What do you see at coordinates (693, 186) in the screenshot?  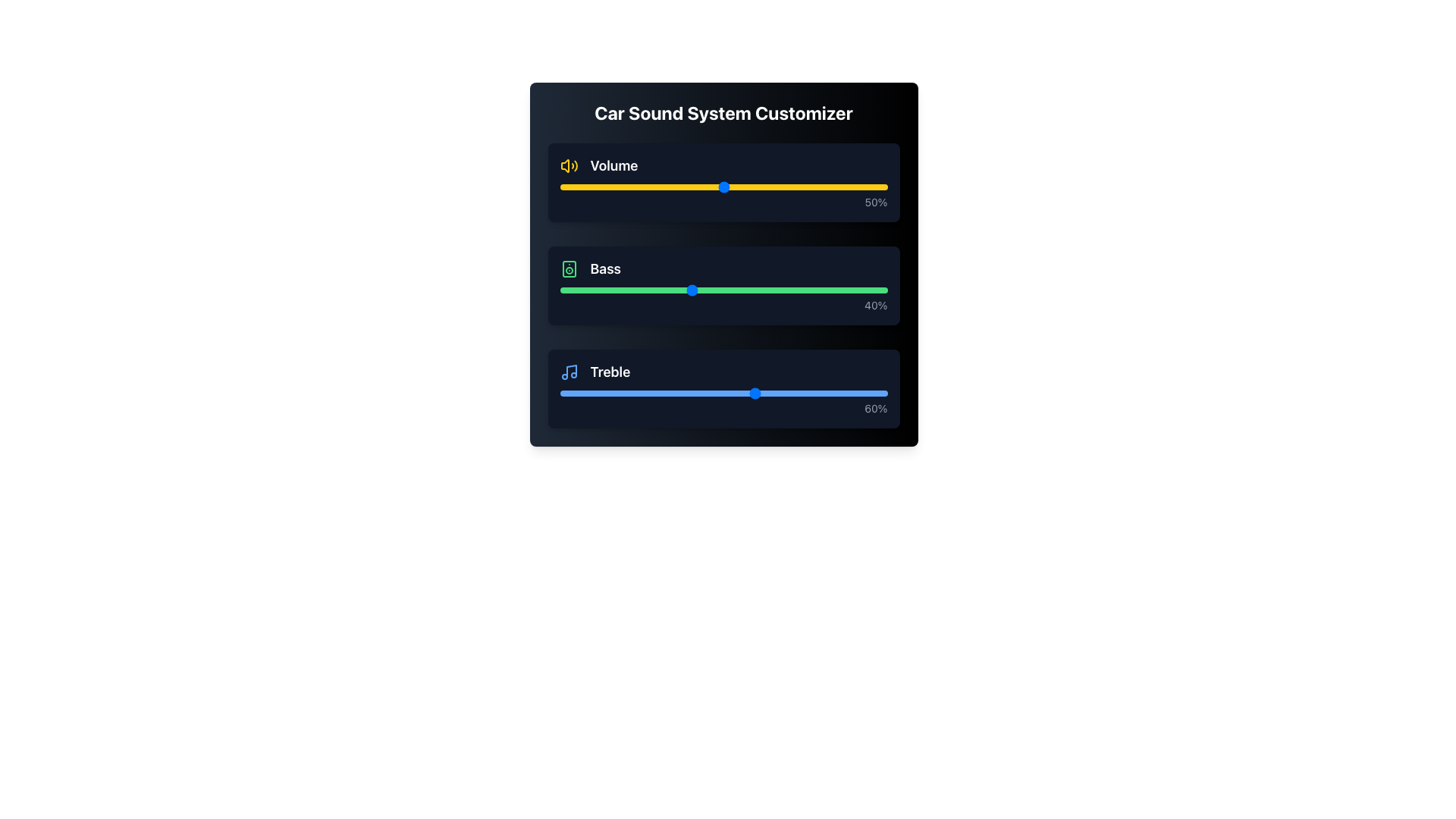 I see `volume` at bounding box center [693, 186].